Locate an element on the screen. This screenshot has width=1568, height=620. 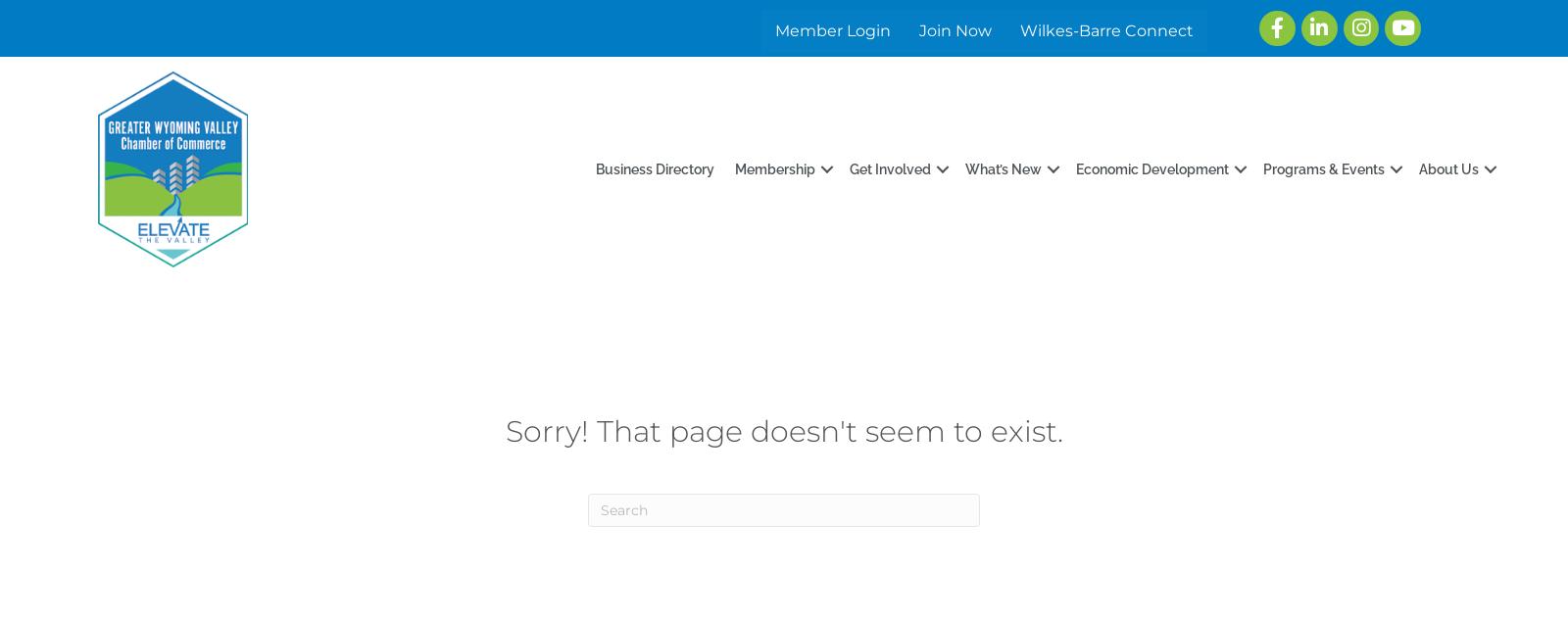
'Sorry! That page doesn't seem to exist.' is located at coordinates (783, 430).